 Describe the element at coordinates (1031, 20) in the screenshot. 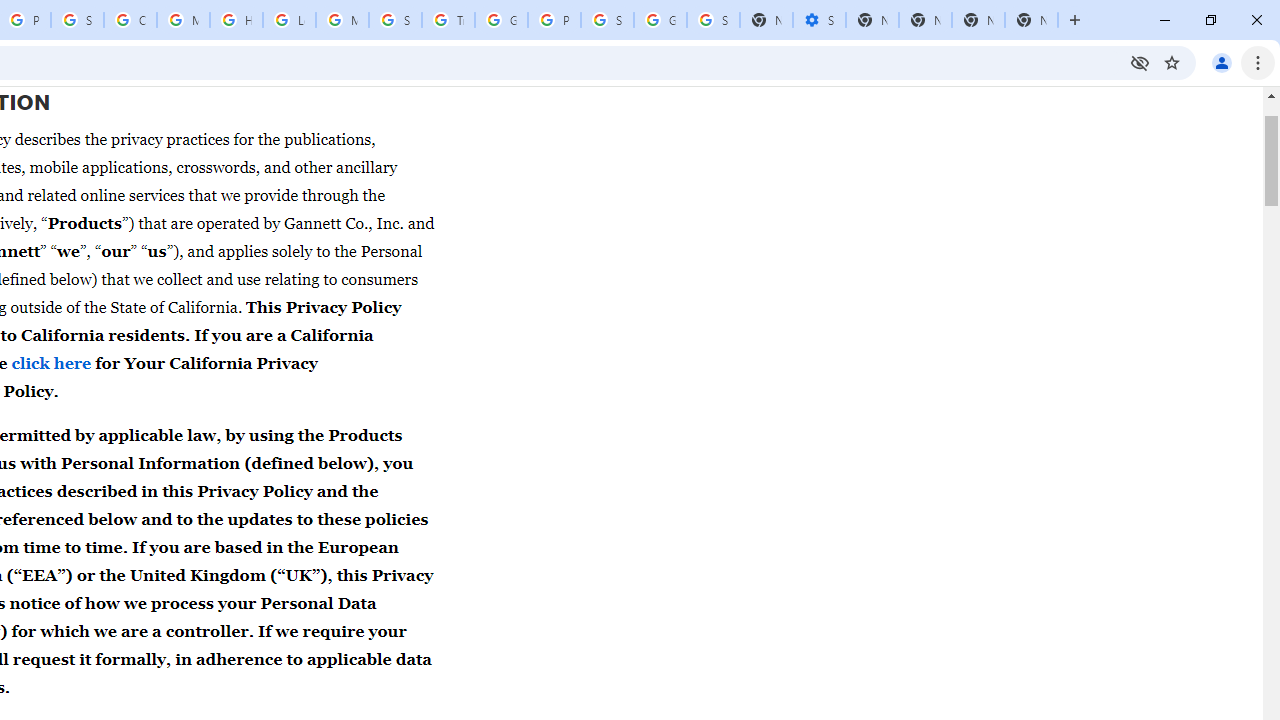

I see `'New Tab'` at that location.